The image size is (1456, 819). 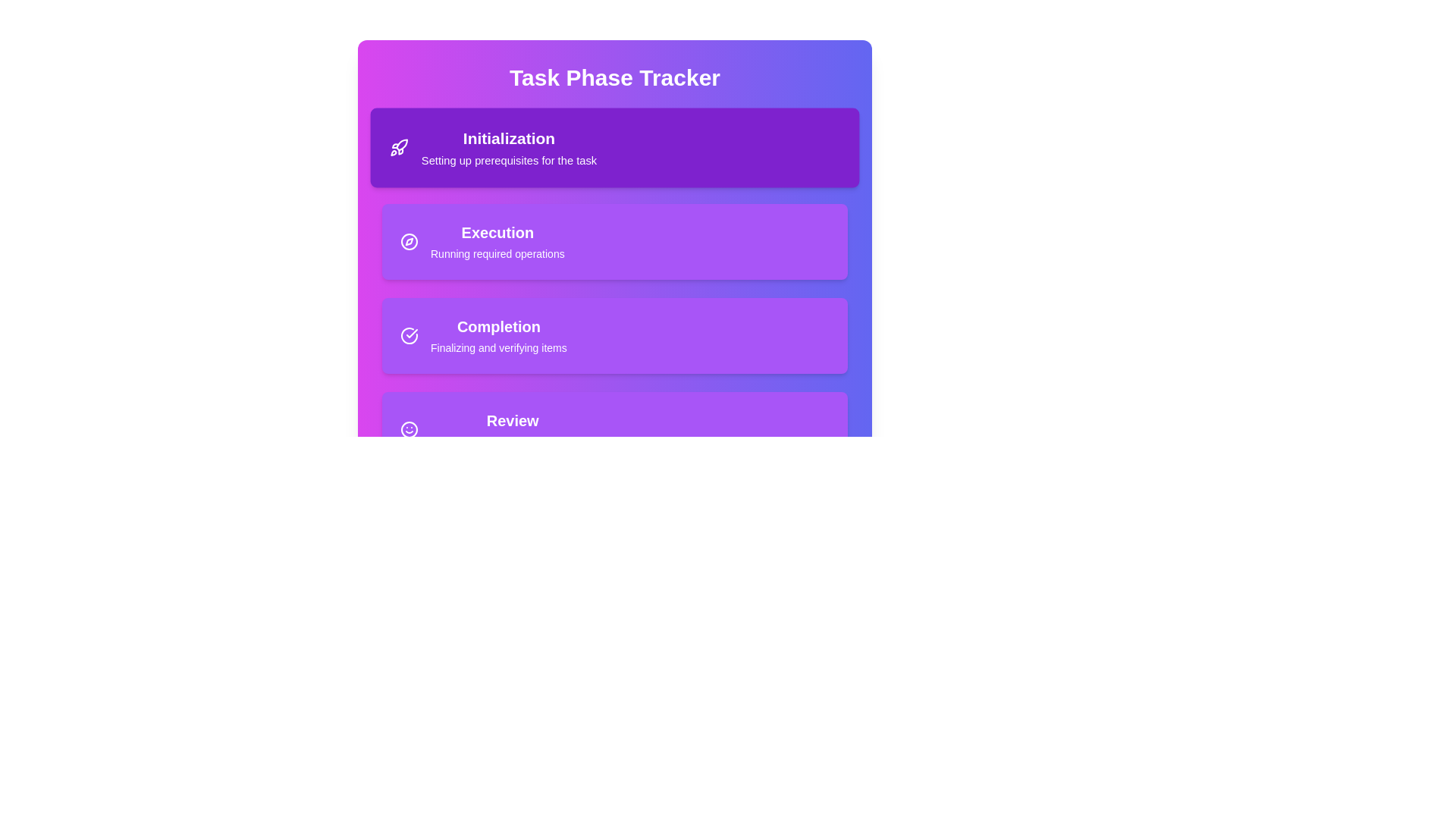 I want to click on the Text label providing a description or status update related to the 'Execution' phase located in the 'Execution' section of the 'Task Phase Tracker' interface, so click(x=497, y=253).